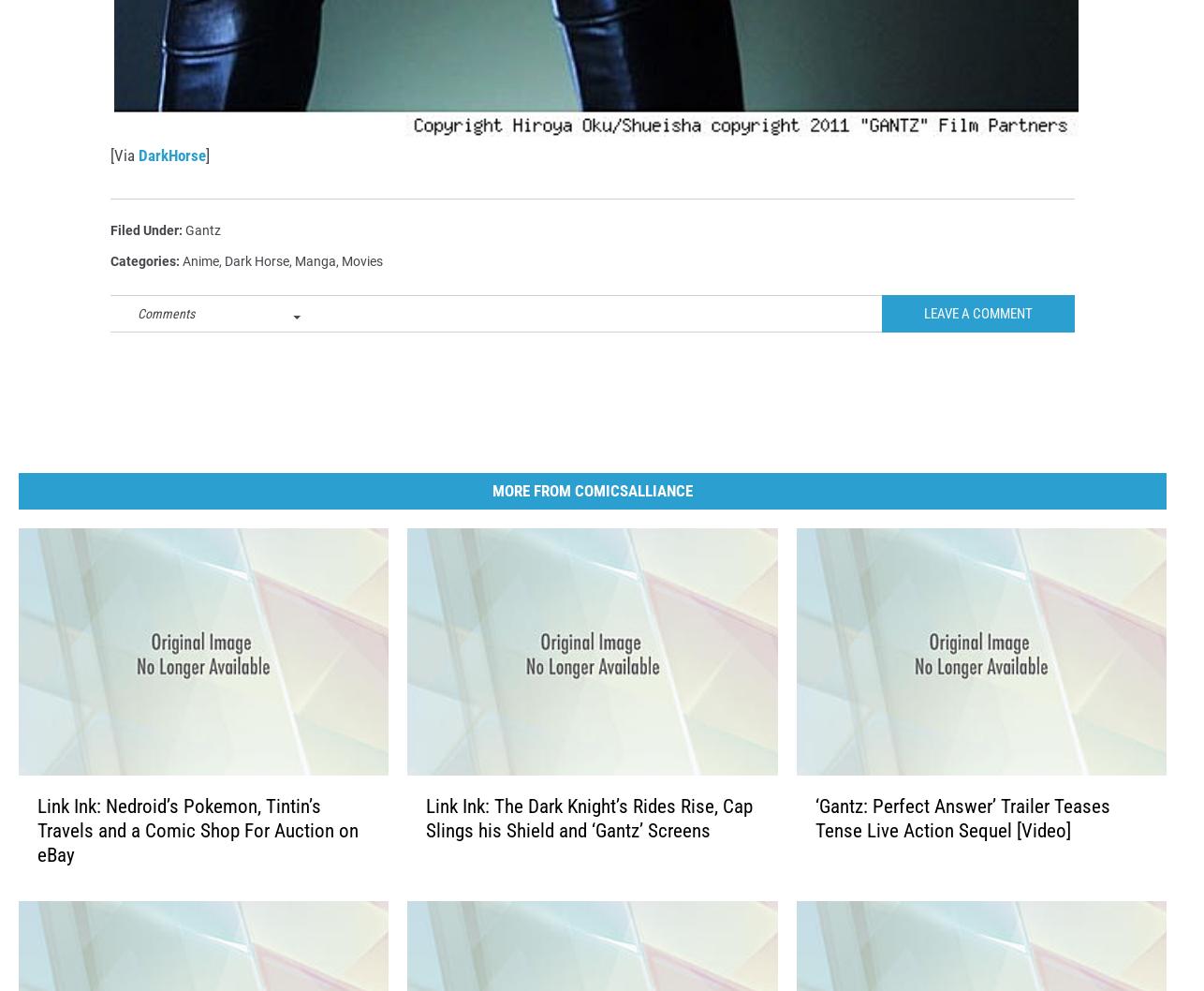 The width and height of the screenshot is (1204, 991). Describe the element at coordinates (257, 290) in the screenshot. I see `'Dark Horse'` at that location.